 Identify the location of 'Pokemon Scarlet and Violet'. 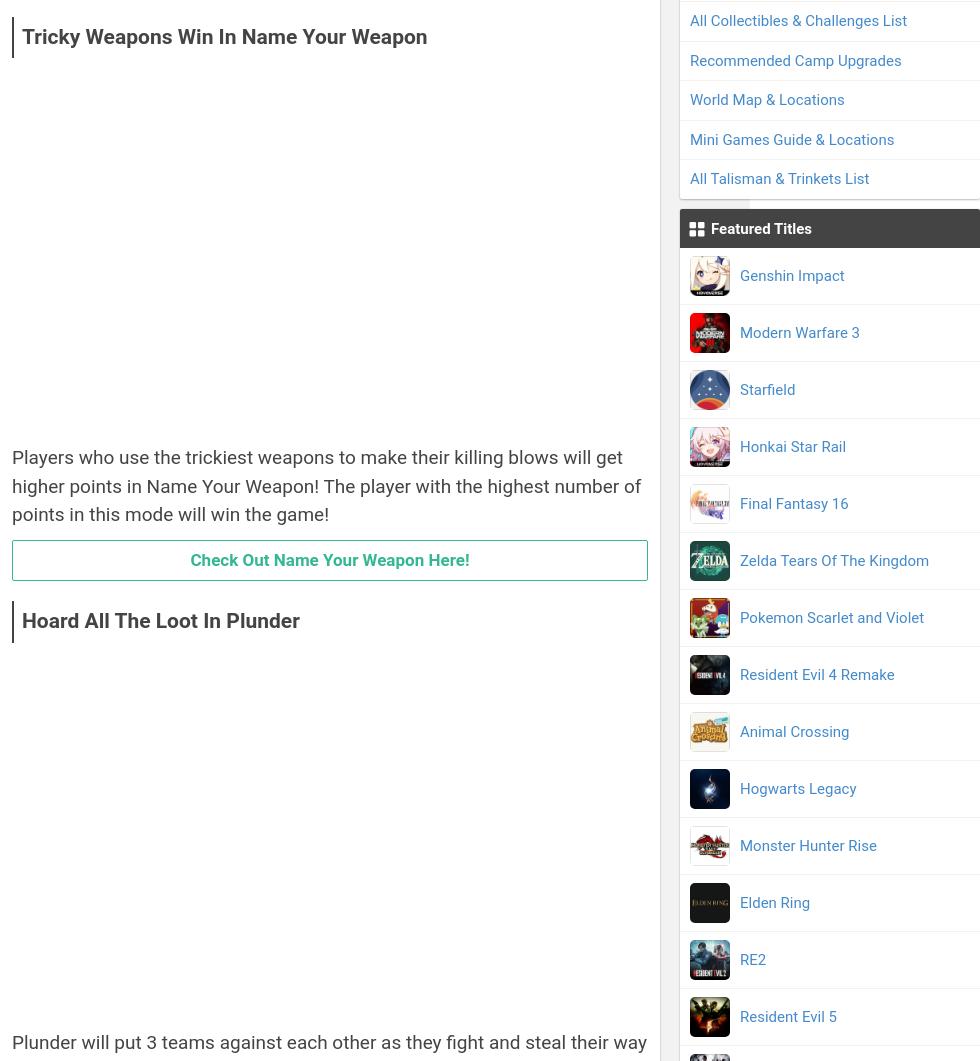
(832, 615).